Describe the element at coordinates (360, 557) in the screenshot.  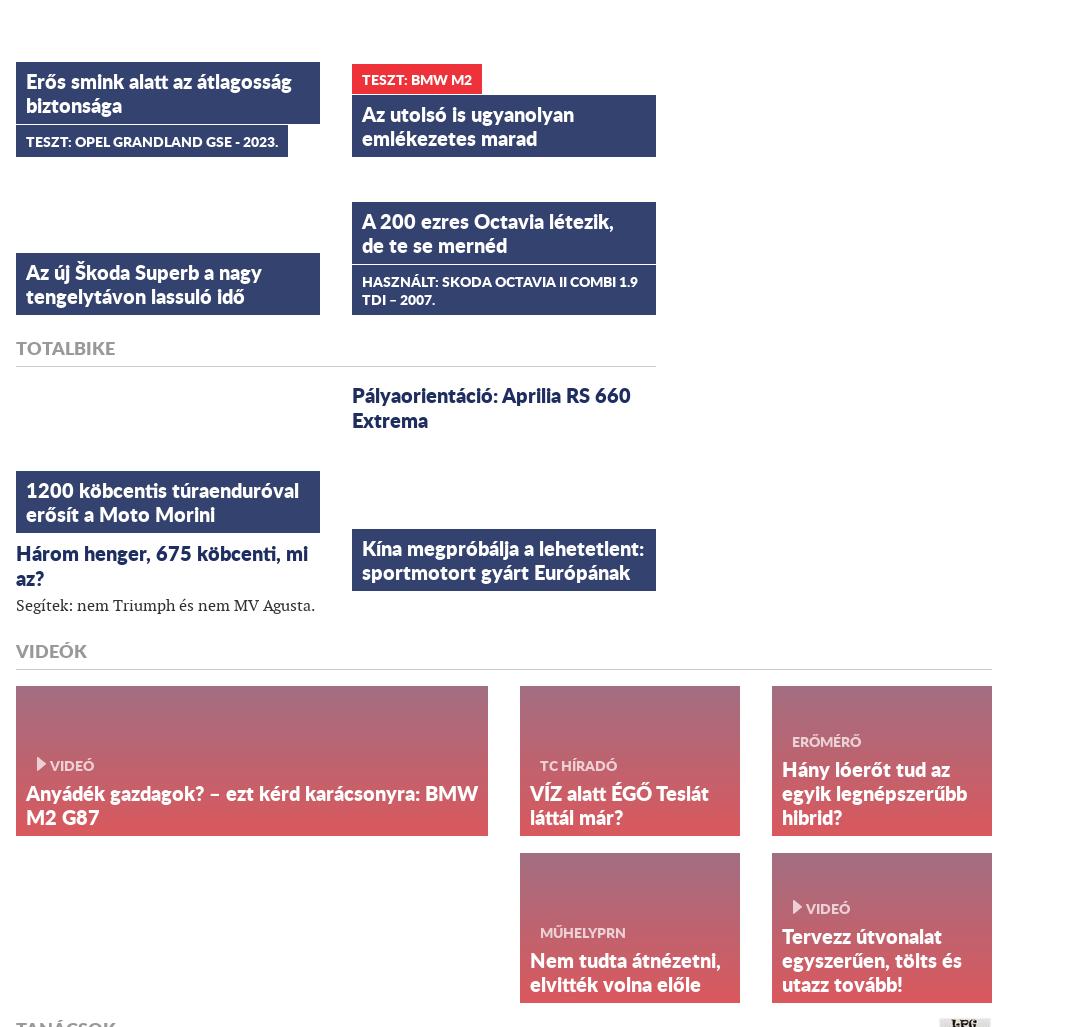
I see `'Kína megpróbálja a lehetetlent: sportmotort gyárt Európának'` at that location.